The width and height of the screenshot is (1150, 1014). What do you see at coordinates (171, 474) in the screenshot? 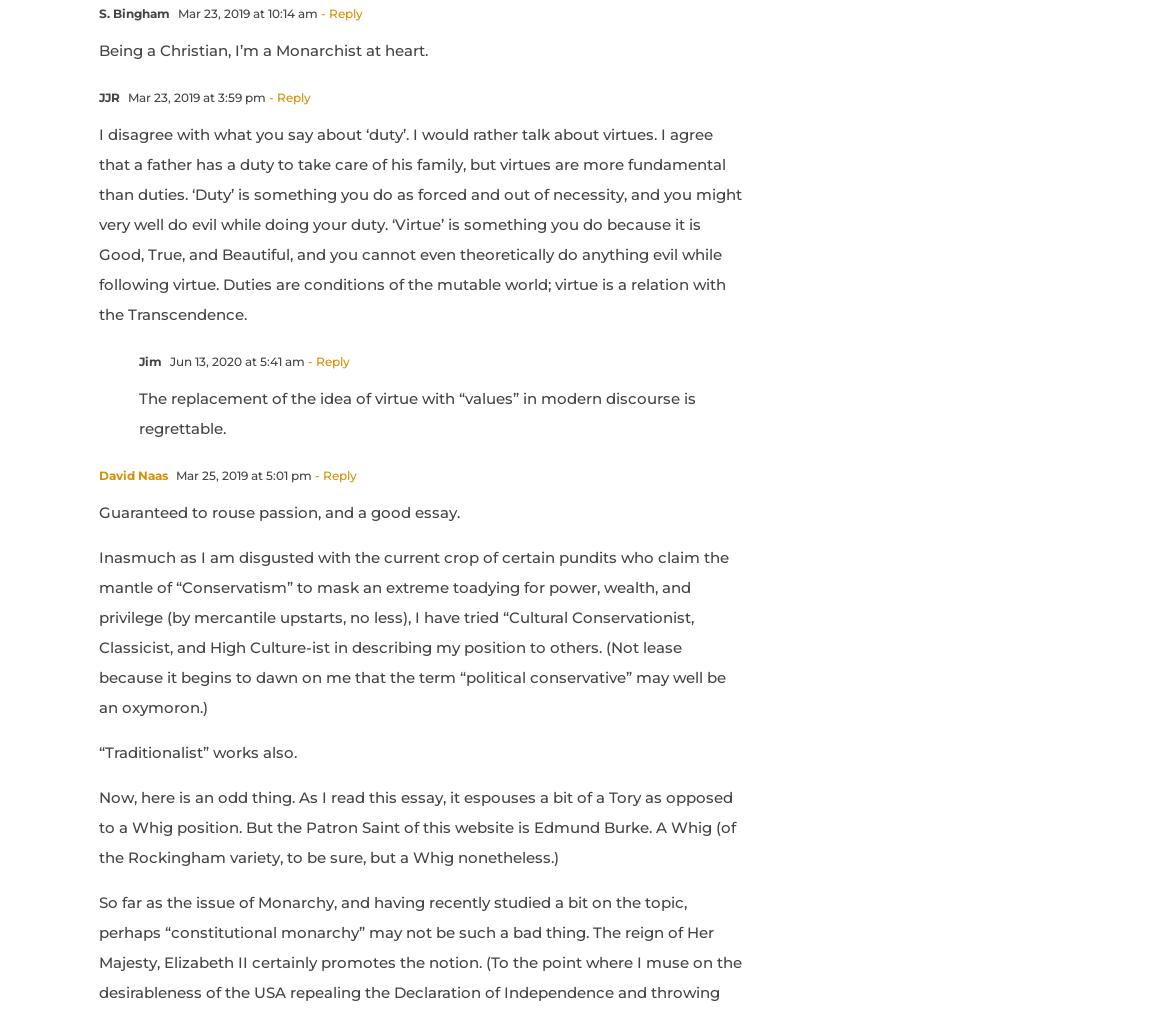
I see `'Mar 25, 2019 at 5:01 pm'` at bounding box center [171, 474].